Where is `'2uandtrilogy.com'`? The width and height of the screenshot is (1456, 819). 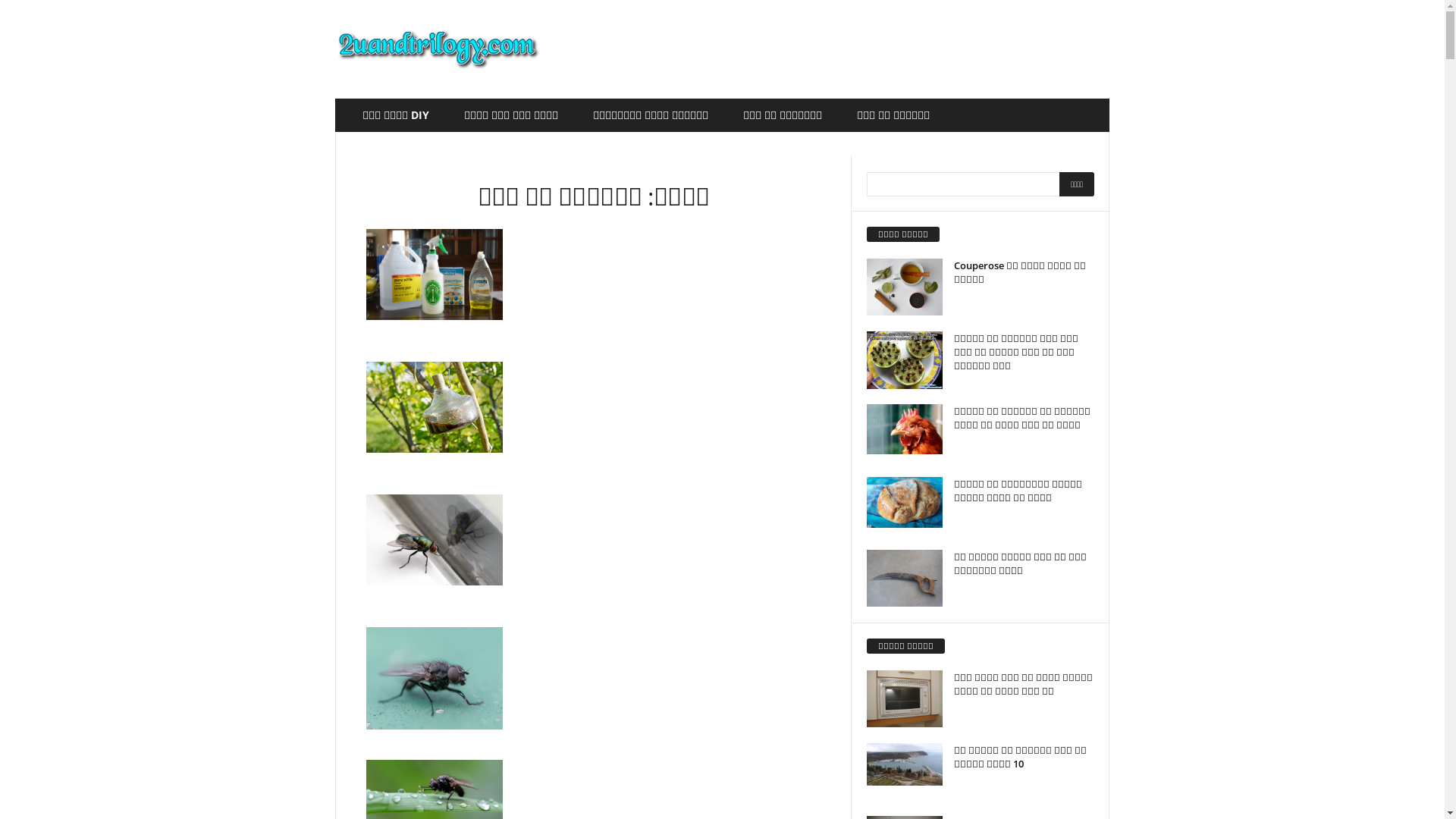 '2uandtrilogy.com' is located at coordinates (437, 49).